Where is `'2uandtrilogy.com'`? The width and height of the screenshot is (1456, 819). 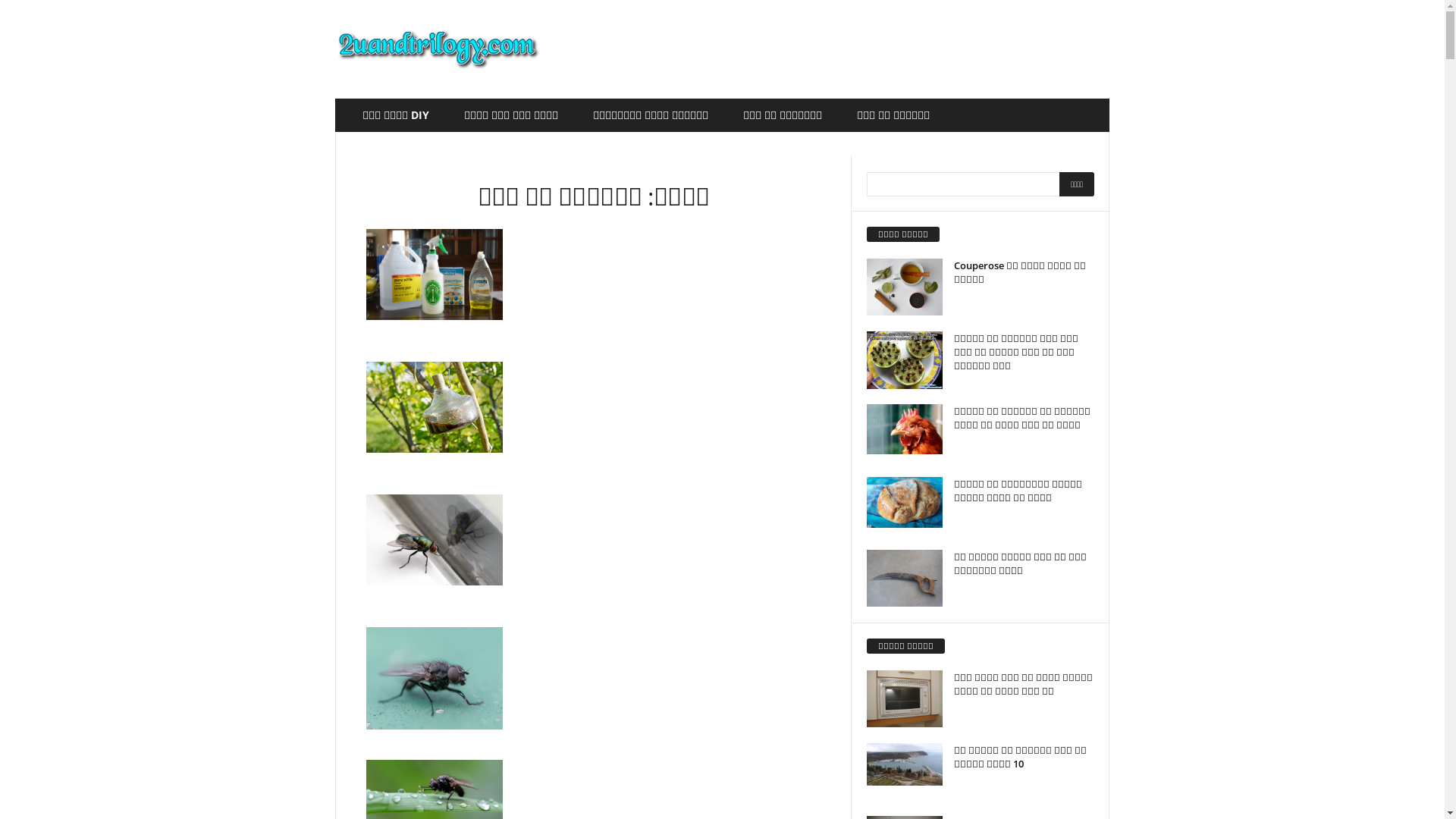 '2uandtrilogy.com' is located at coordinates (437, 49).